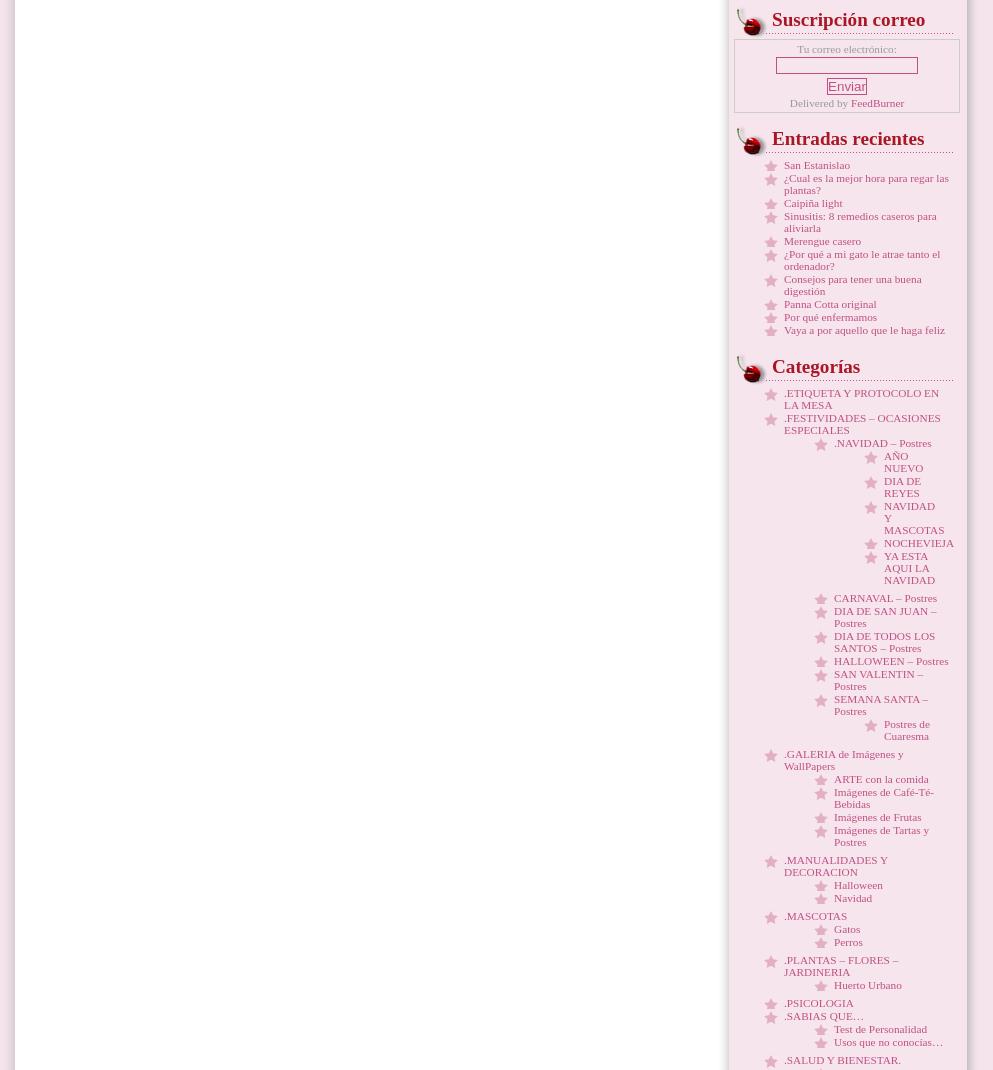  I want to click on 'Huerto Urbano', so click(866, 985).